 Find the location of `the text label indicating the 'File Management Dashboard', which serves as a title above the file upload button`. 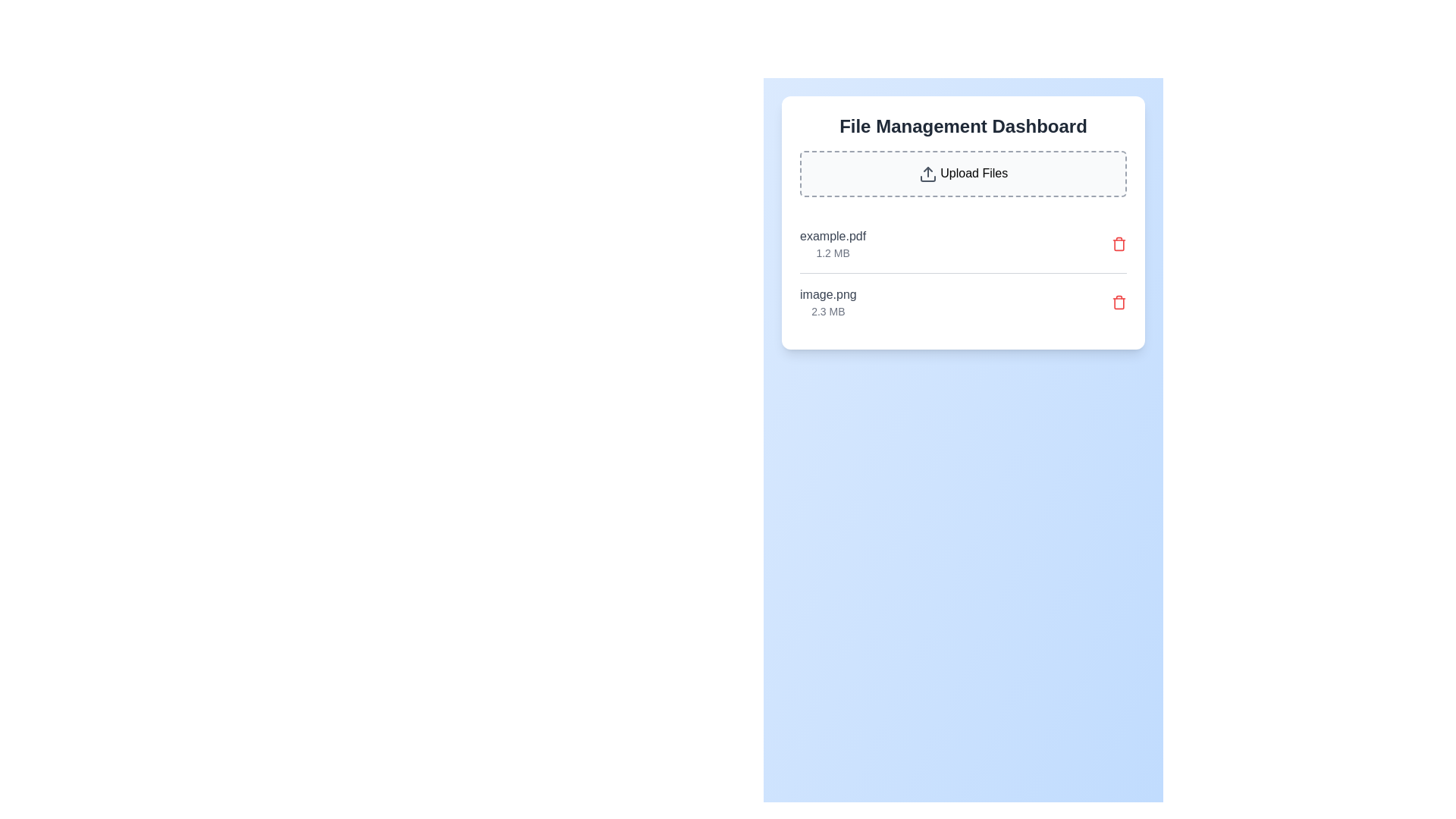

the text label indicating the 'File Management Dashboard', which serves as a title above the file upload button is located at coordinates (962, 125).